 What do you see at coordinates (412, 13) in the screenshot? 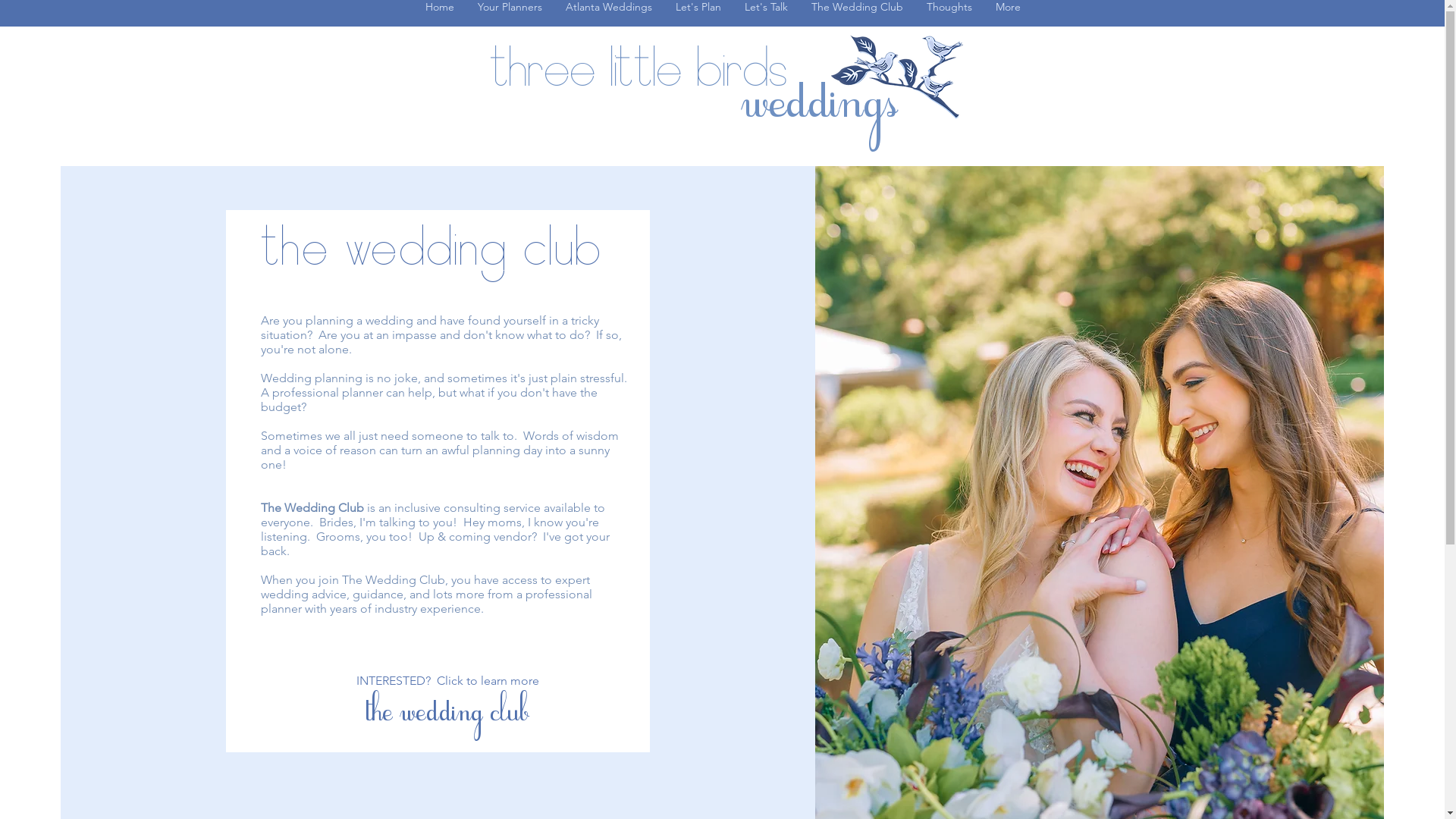
I see `'Home'` at bounding box center [412, 13].